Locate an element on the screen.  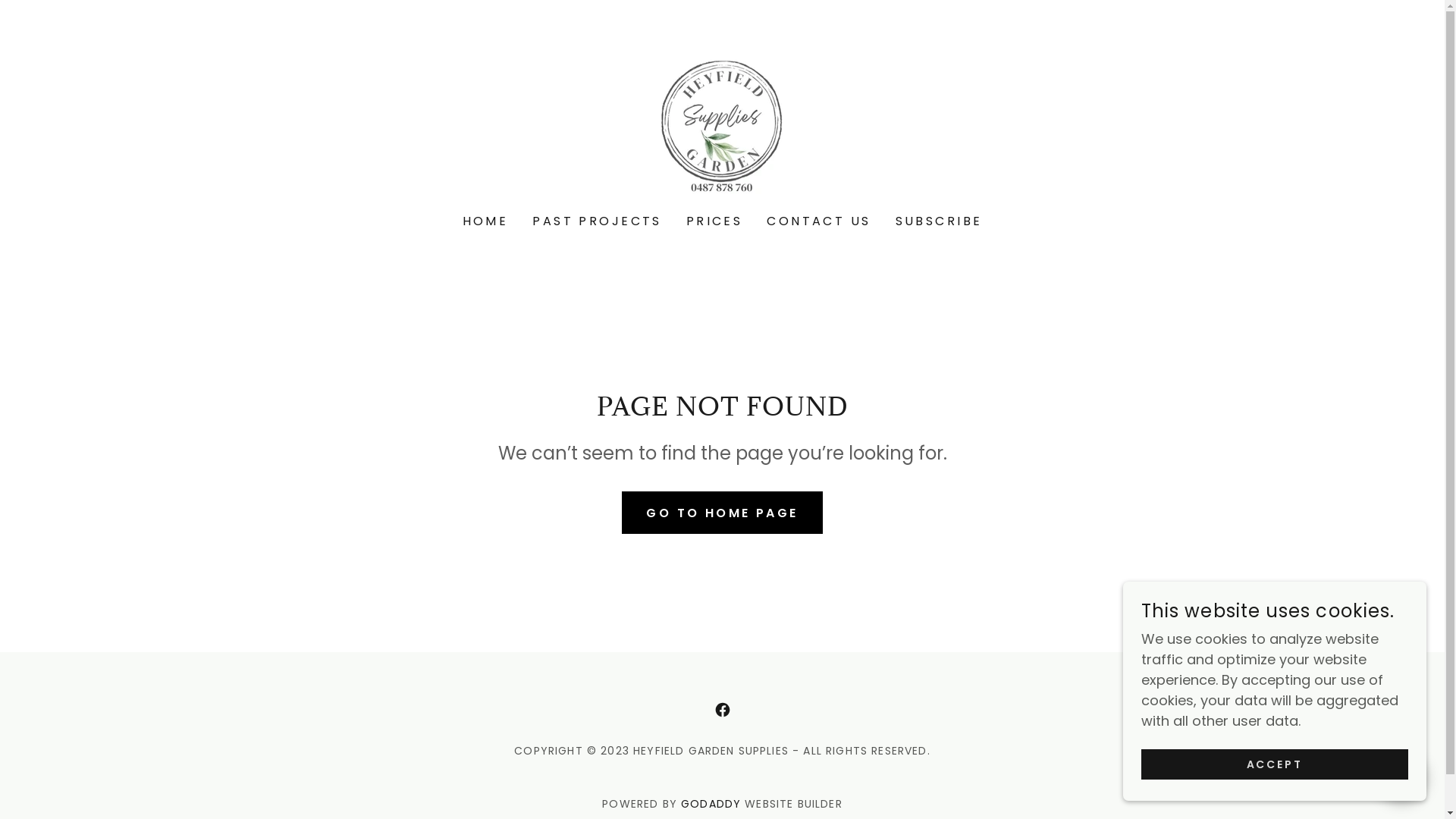
'PRICES' is located at coordinates (714, 221).